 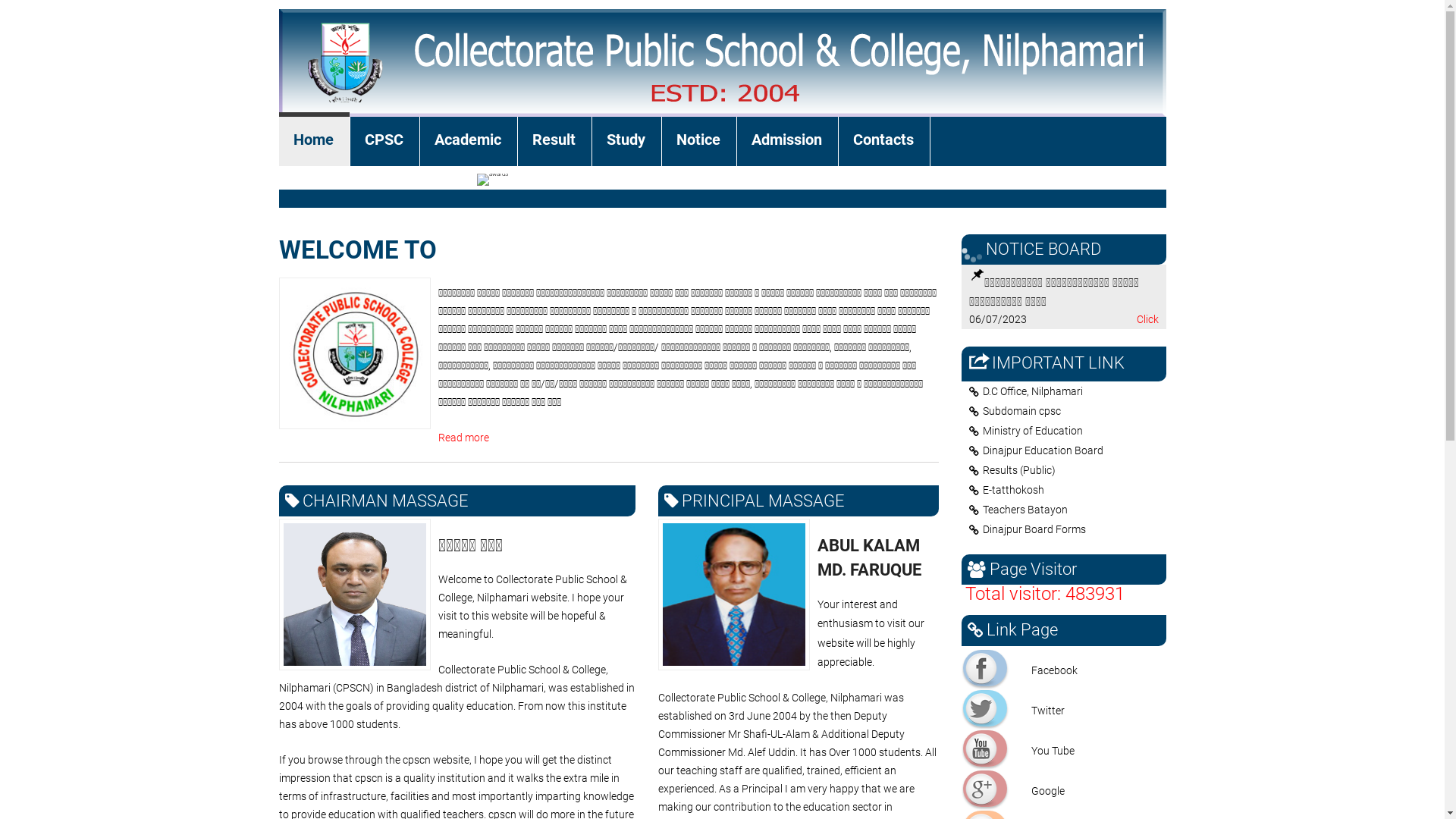 I want to click on 'Read more', so click(x=463, y=438).